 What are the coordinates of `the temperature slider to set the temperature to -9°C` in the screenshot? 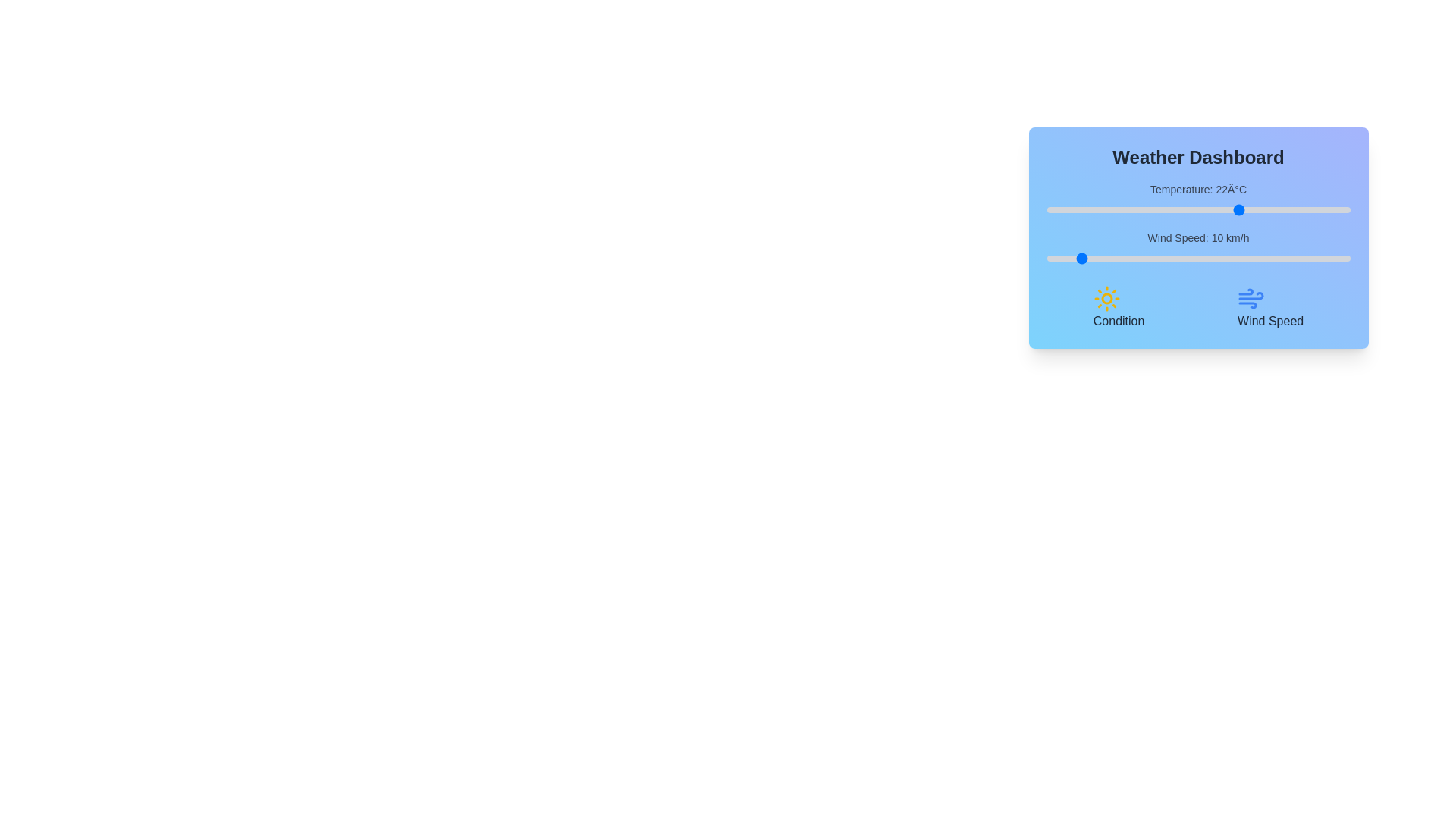 It's located at (1052, 210).